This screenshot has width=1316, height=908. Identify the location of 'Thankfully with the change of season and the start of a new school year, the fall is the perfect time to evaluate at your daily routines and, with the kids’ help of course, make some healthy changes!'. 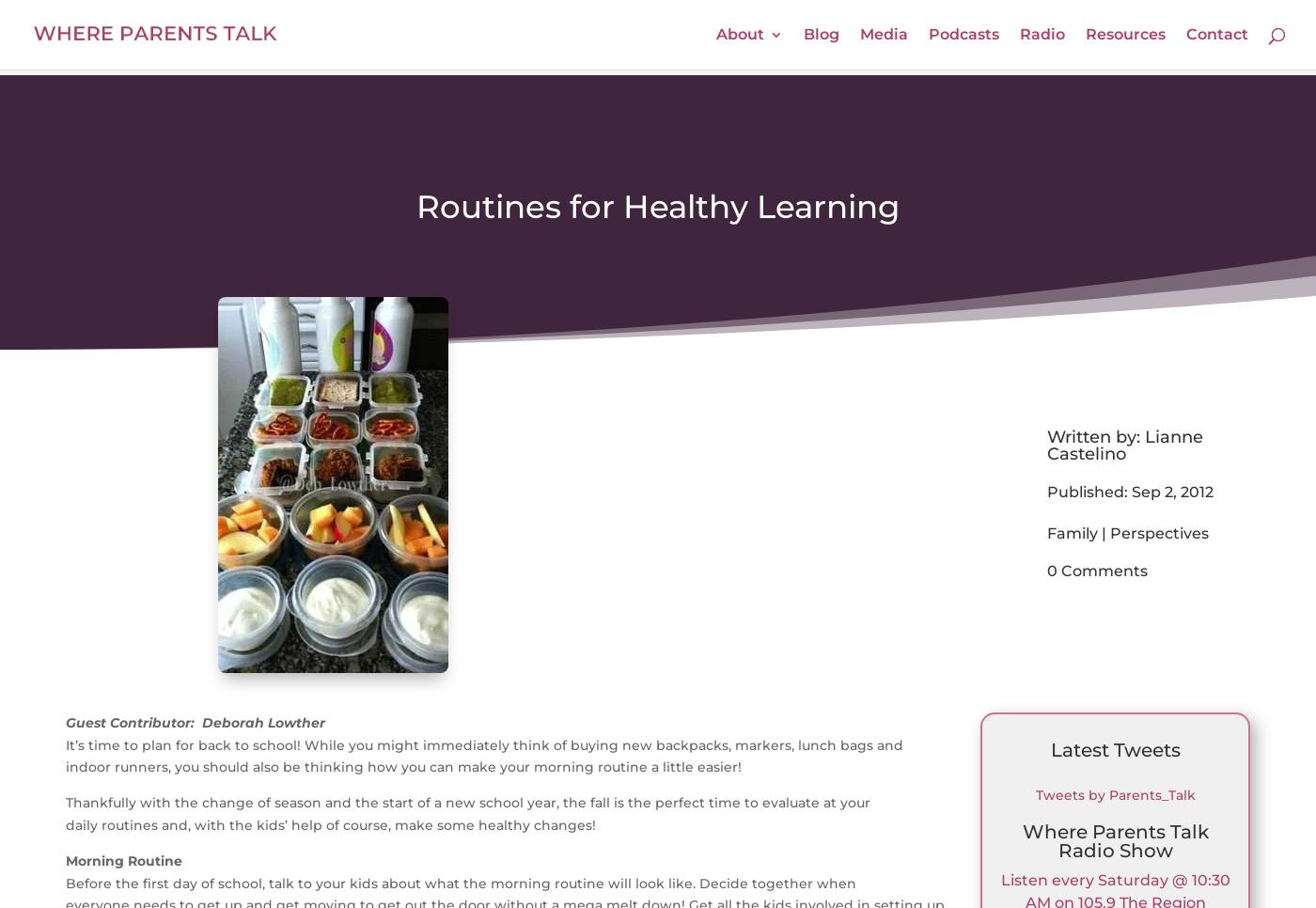
(467, 813).